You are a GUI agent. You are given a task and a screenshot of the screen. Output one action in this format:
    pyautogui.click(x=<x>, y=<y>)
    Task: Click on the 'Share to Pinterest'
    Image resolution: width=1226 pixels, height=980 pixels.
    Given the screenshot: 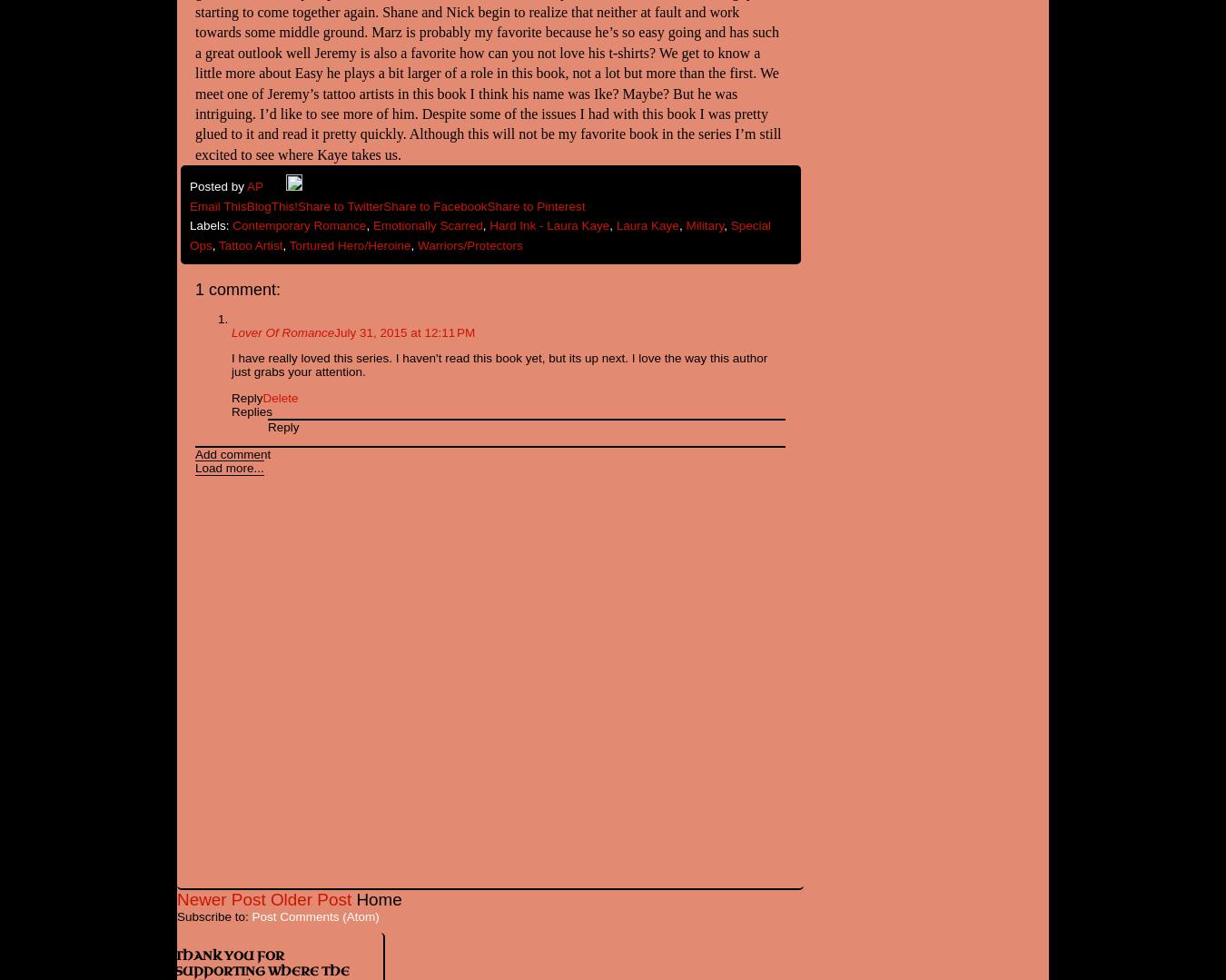 What is the action you would take?
    pyautogui.click(x=485, y=204)
    